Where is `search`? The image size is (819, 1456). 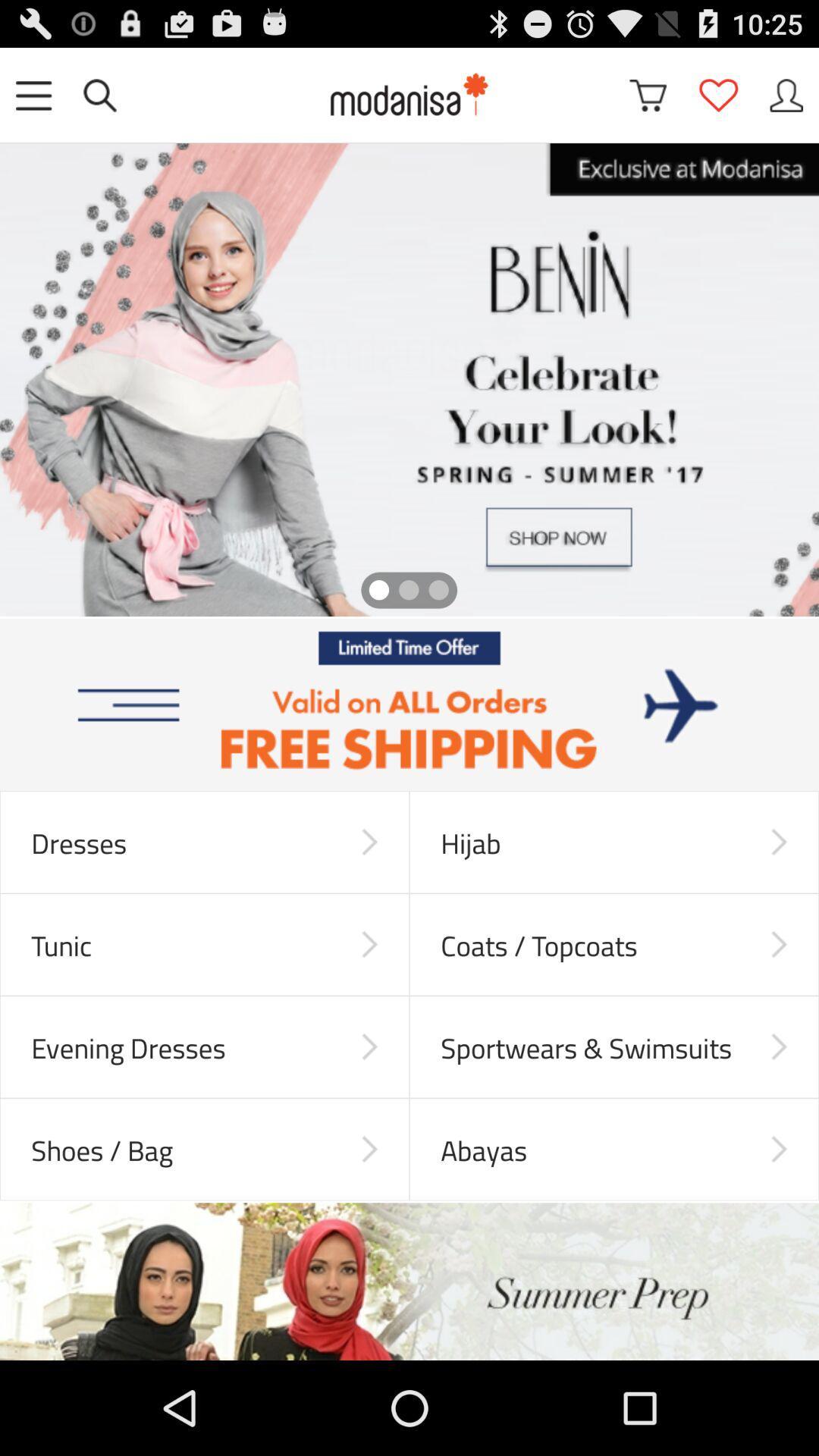
search is located at coordinates (99, 94).